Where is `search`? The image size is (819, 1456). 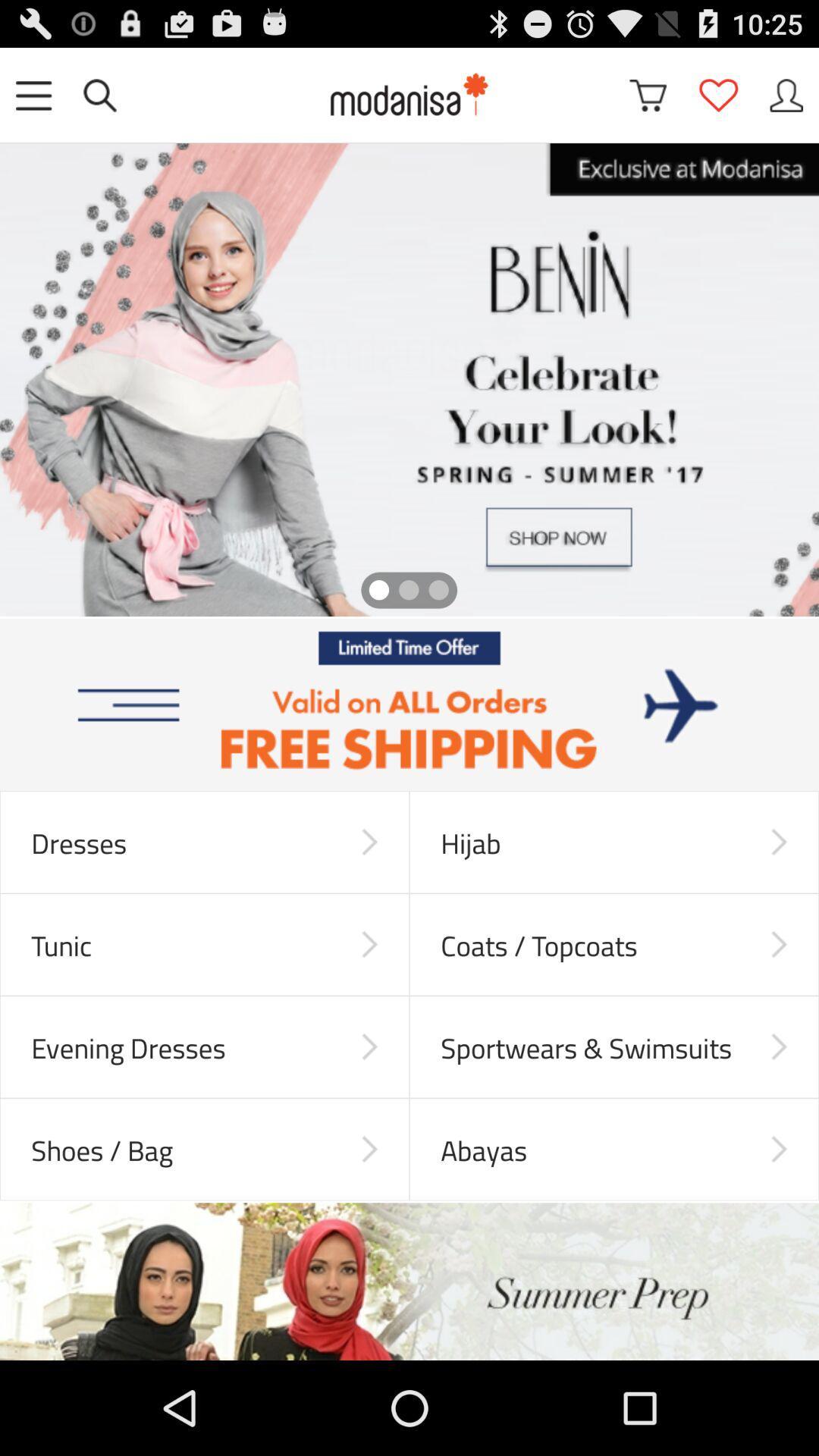
search is located at coordinates (99, 94).